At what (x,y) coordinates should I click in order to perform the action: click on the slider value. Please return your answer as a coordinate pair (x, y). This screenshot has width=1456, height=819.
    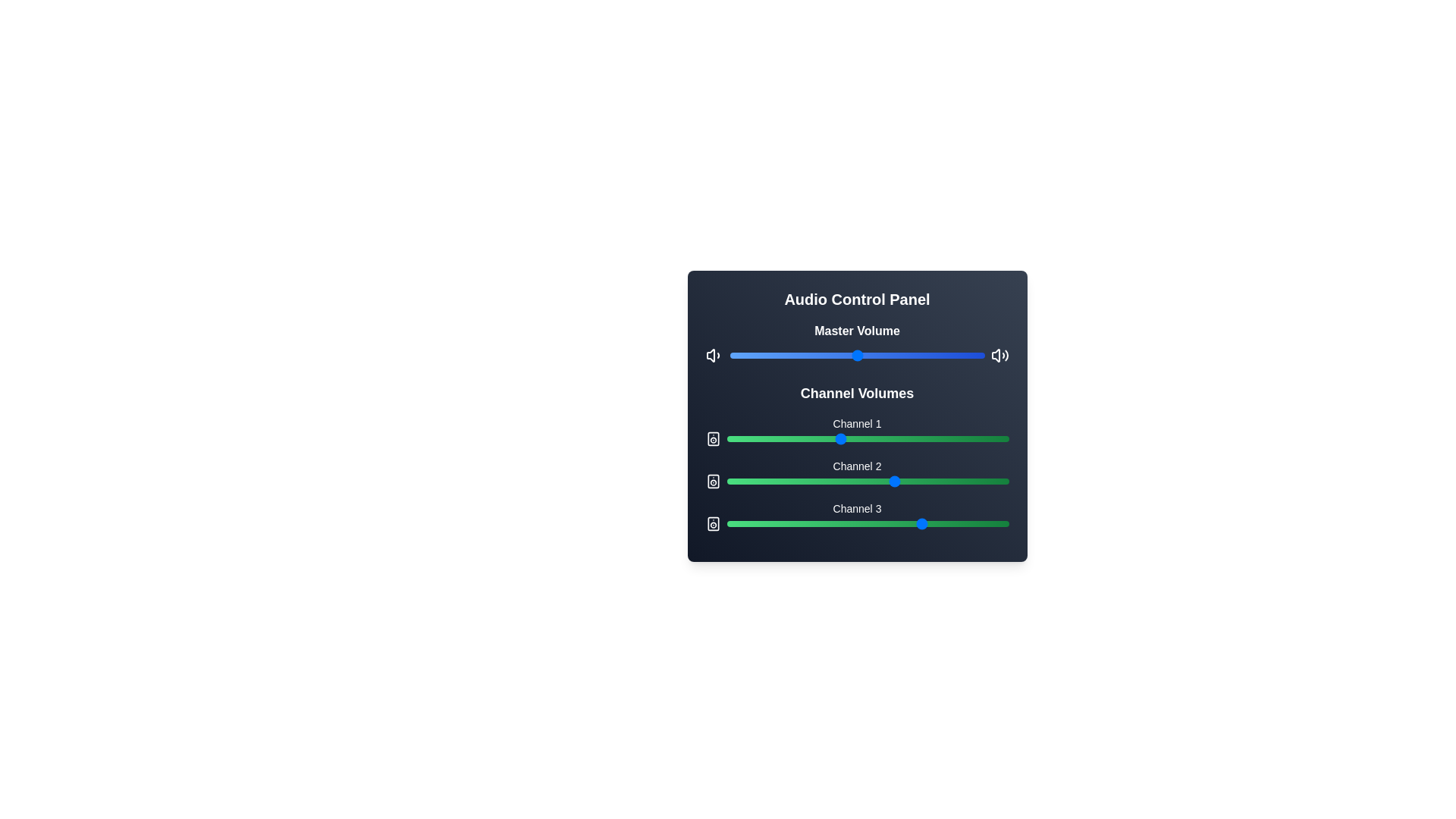
    Looking at the image, I should click on (946, 522).